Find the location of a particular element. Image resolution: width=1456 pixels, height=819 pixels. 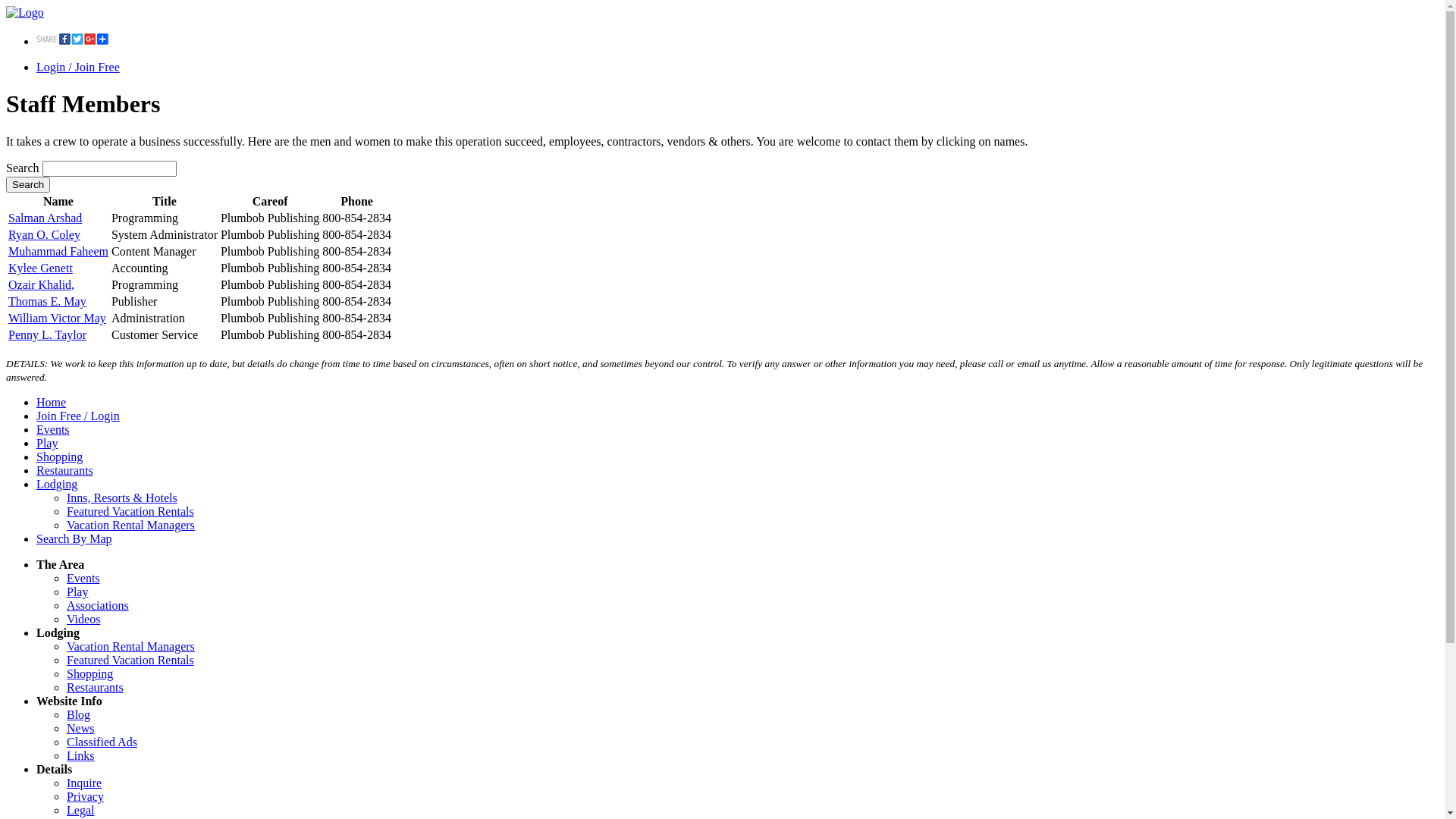

'News' is located at coordinates (65, 727).